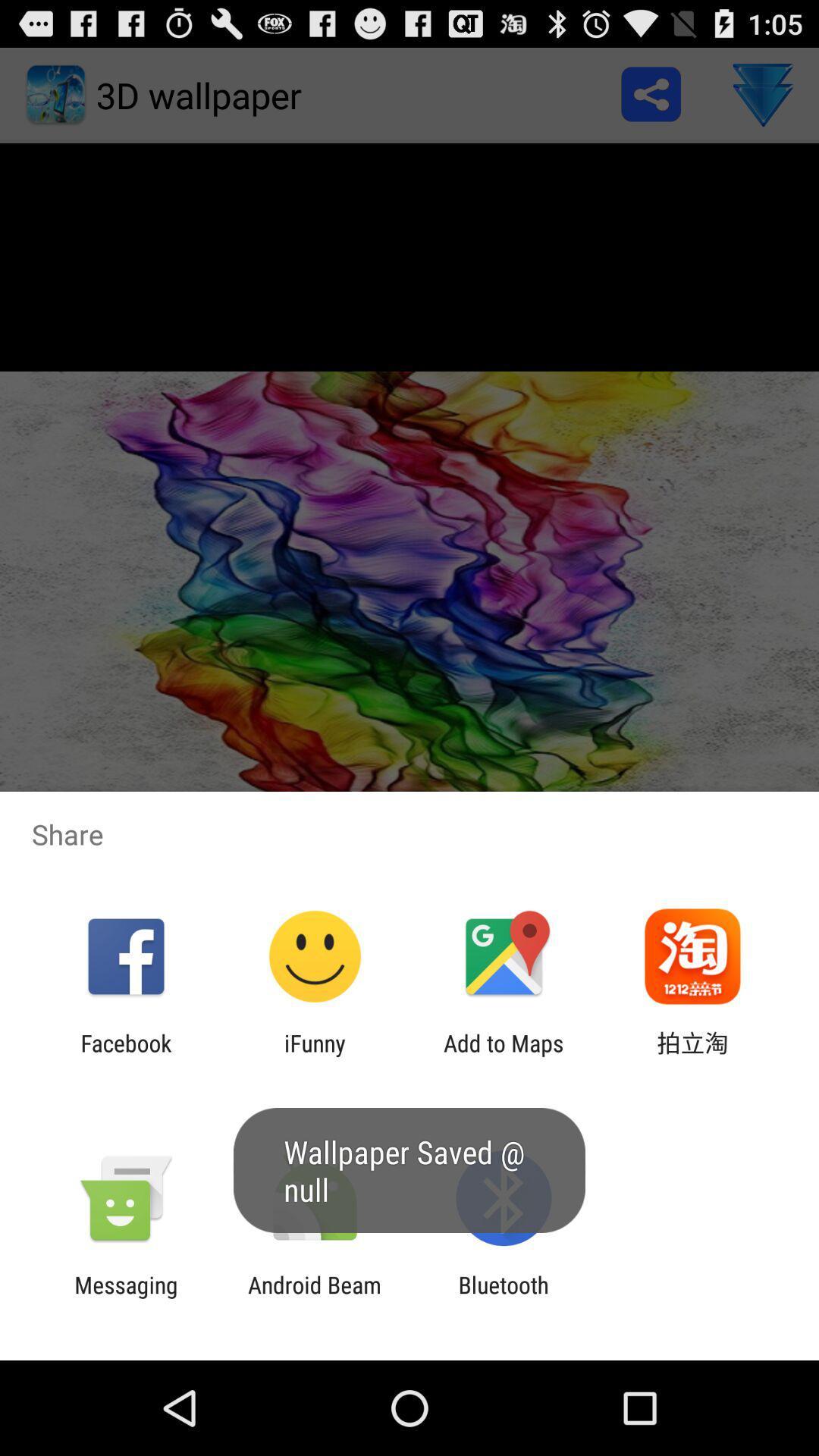  I want to click on the app to the right of the ifunny item, so click(504, 1056).